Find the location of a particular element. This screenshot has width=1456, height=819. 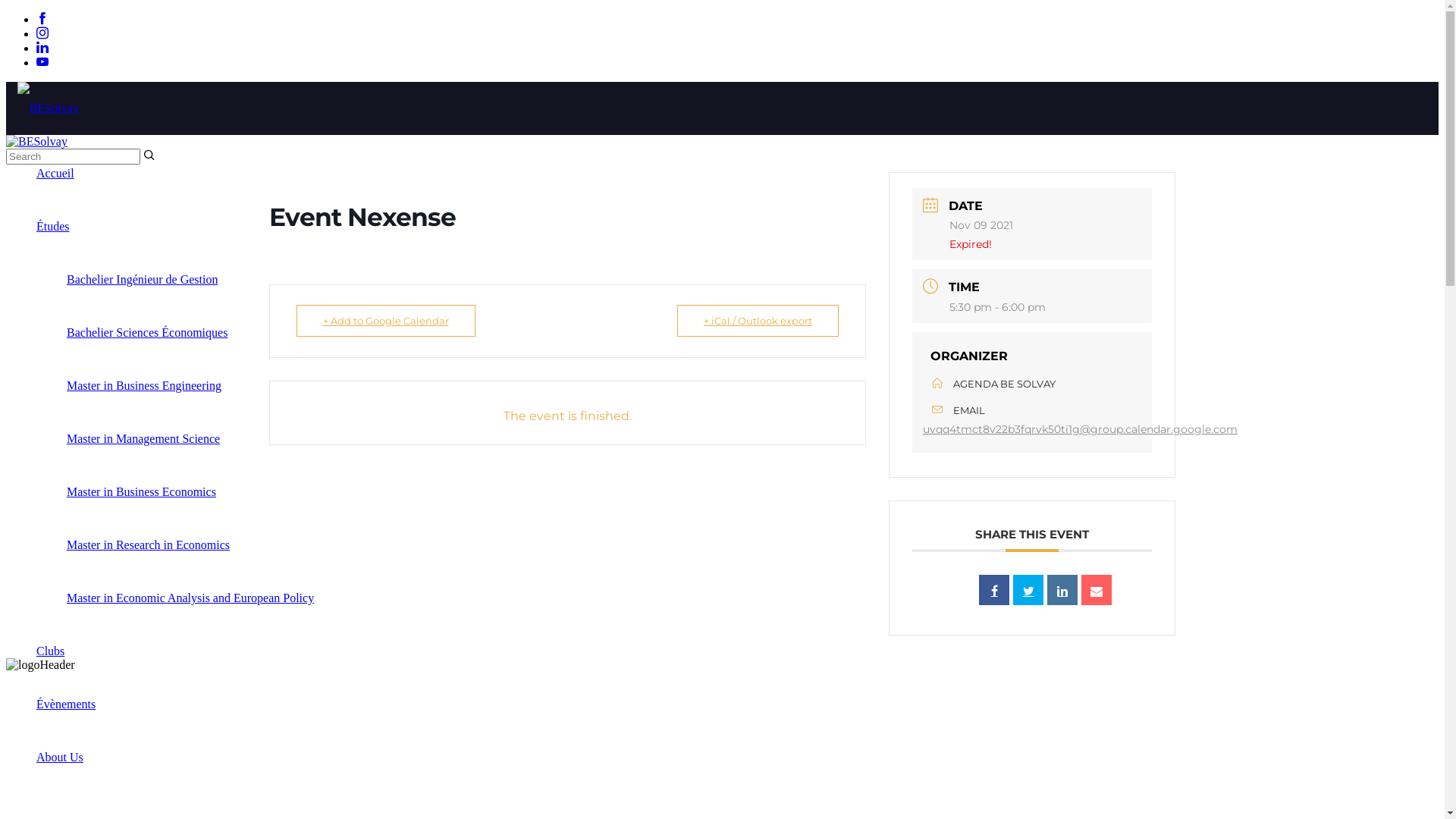

'Tweet' is located at coordinates (1012, 589).